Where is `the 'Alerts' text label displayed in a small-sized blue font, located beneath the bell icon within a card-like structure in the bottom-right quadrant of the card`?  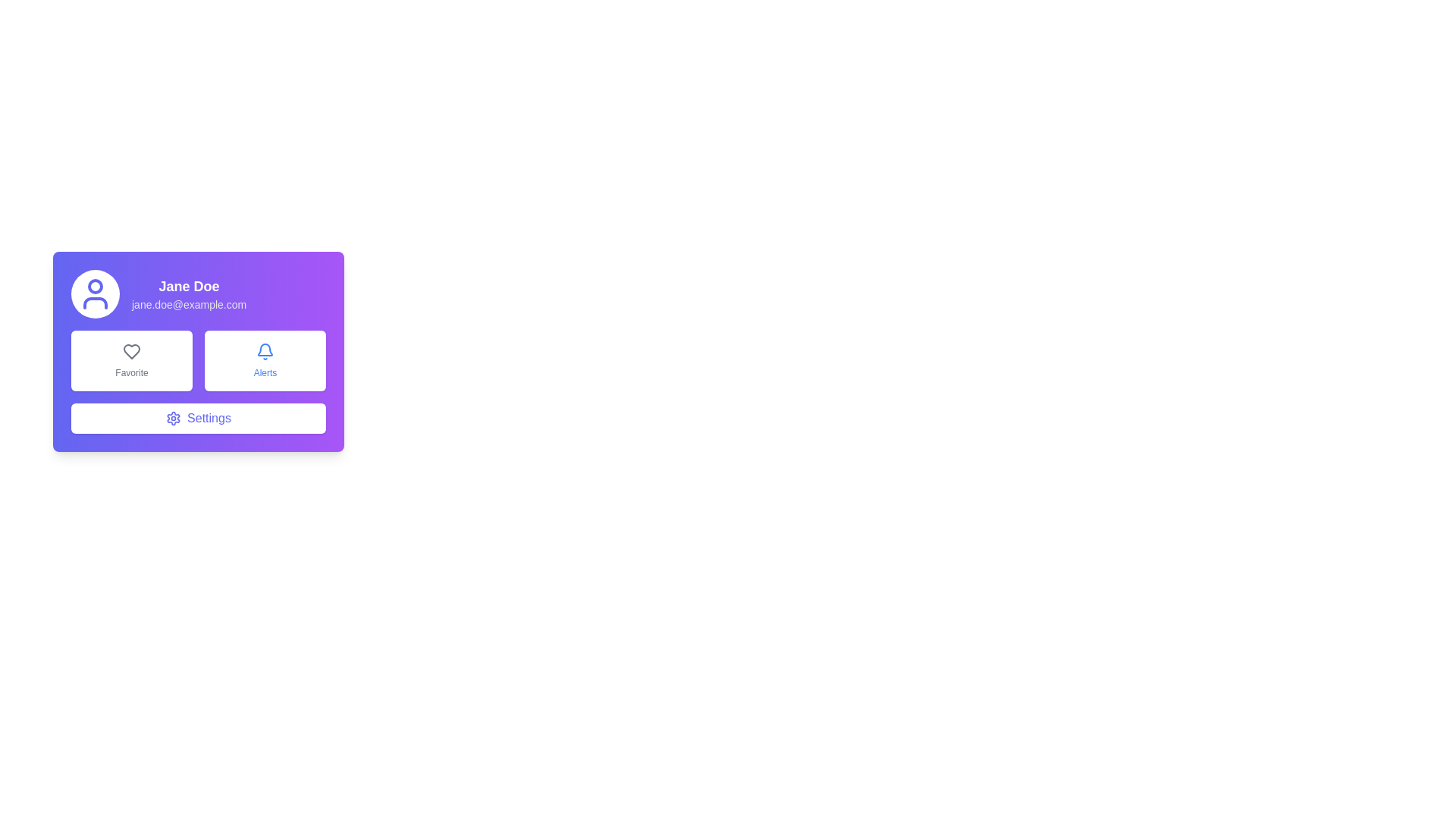
the 'Alerts' text label displayed in a small-sized blue font, located beneath the bell icon within a card-like structure in the bottom-right quadrant of the card is located at coordinates (265, 373).